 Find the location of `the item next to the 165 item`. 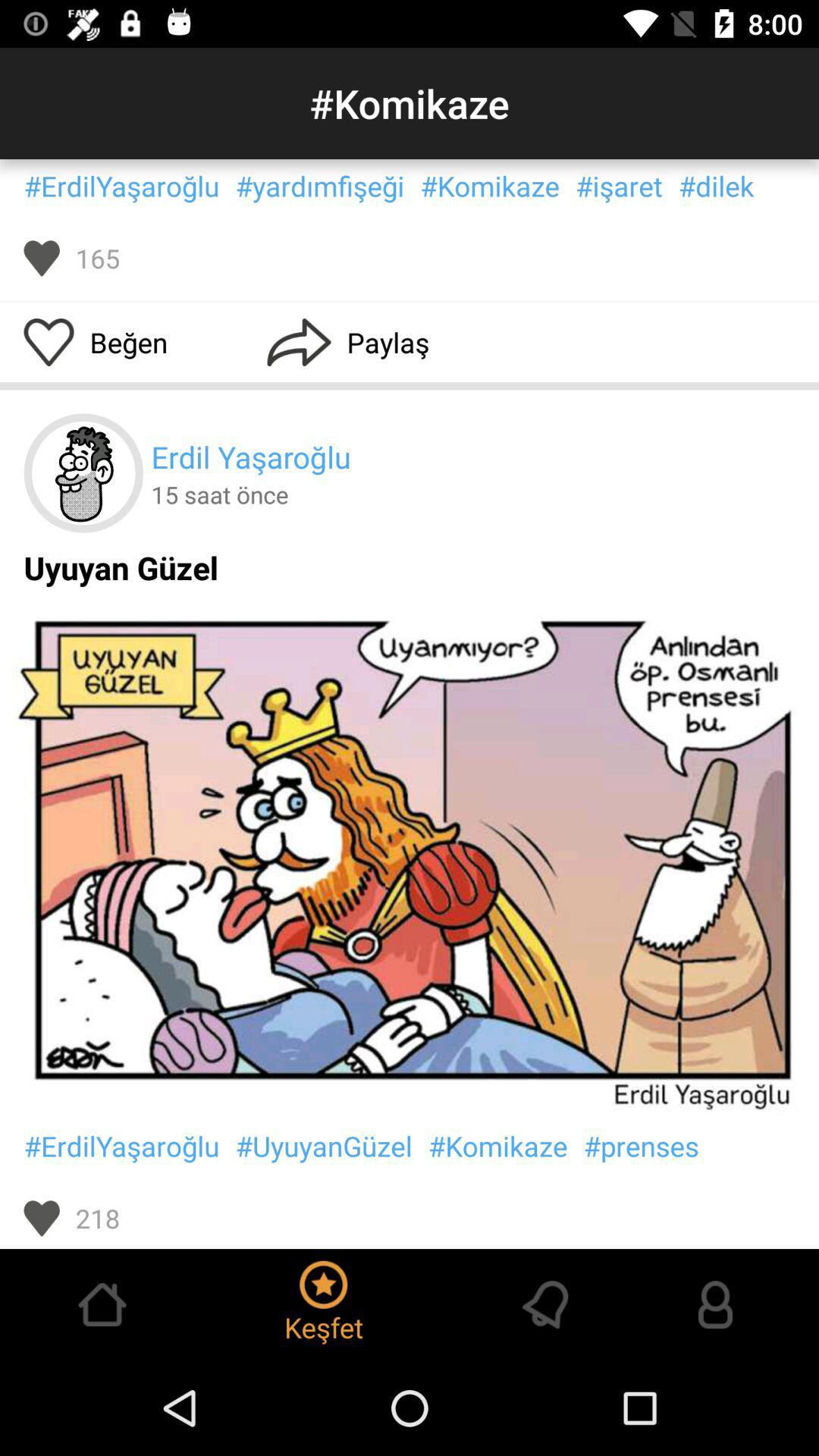

the item next to the 165 item is located at coordinates (41, 258).